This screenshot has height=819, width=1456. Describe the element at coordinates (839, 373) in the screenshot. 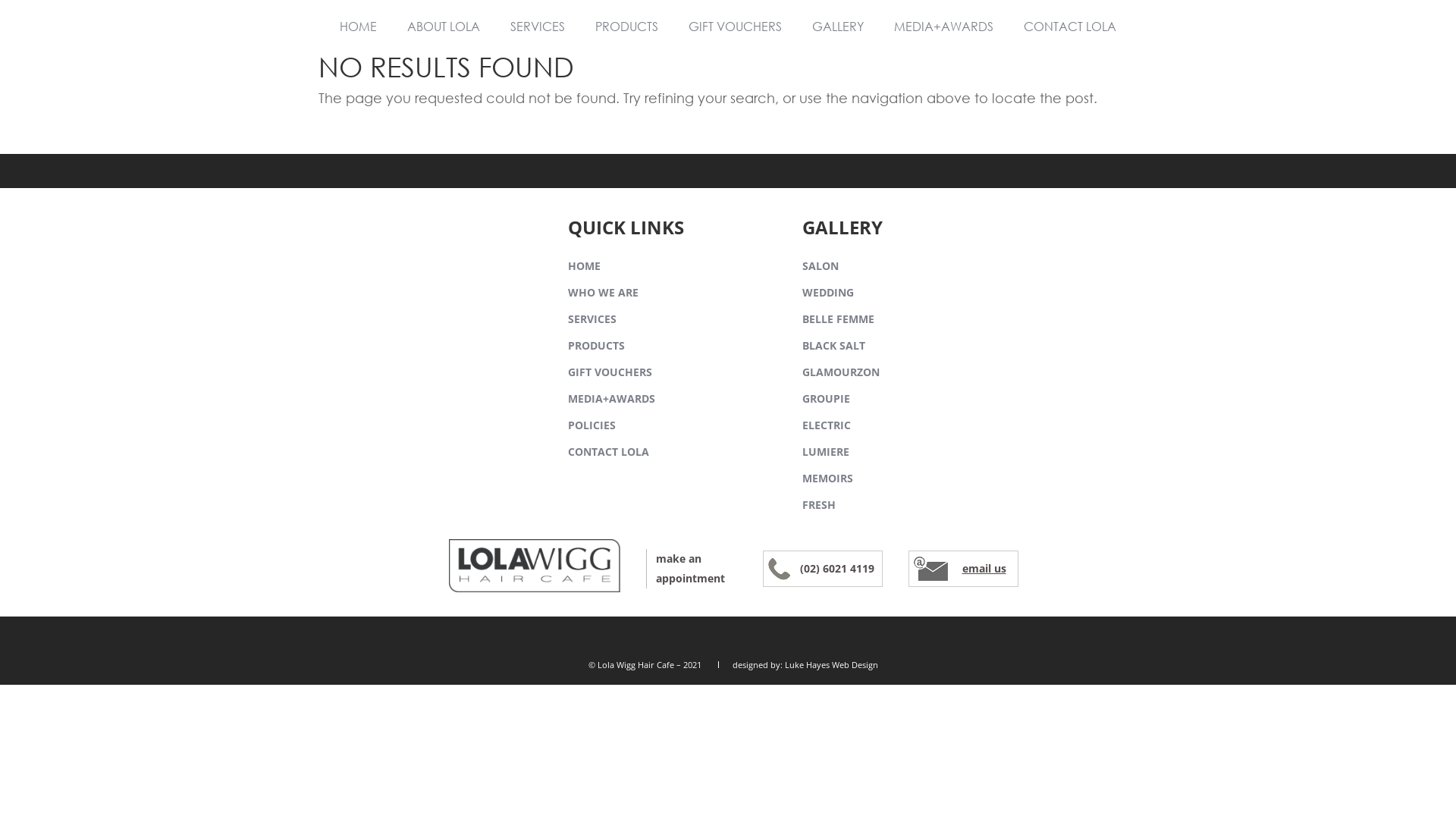

I see `'GLAMOURZON'` at that location.